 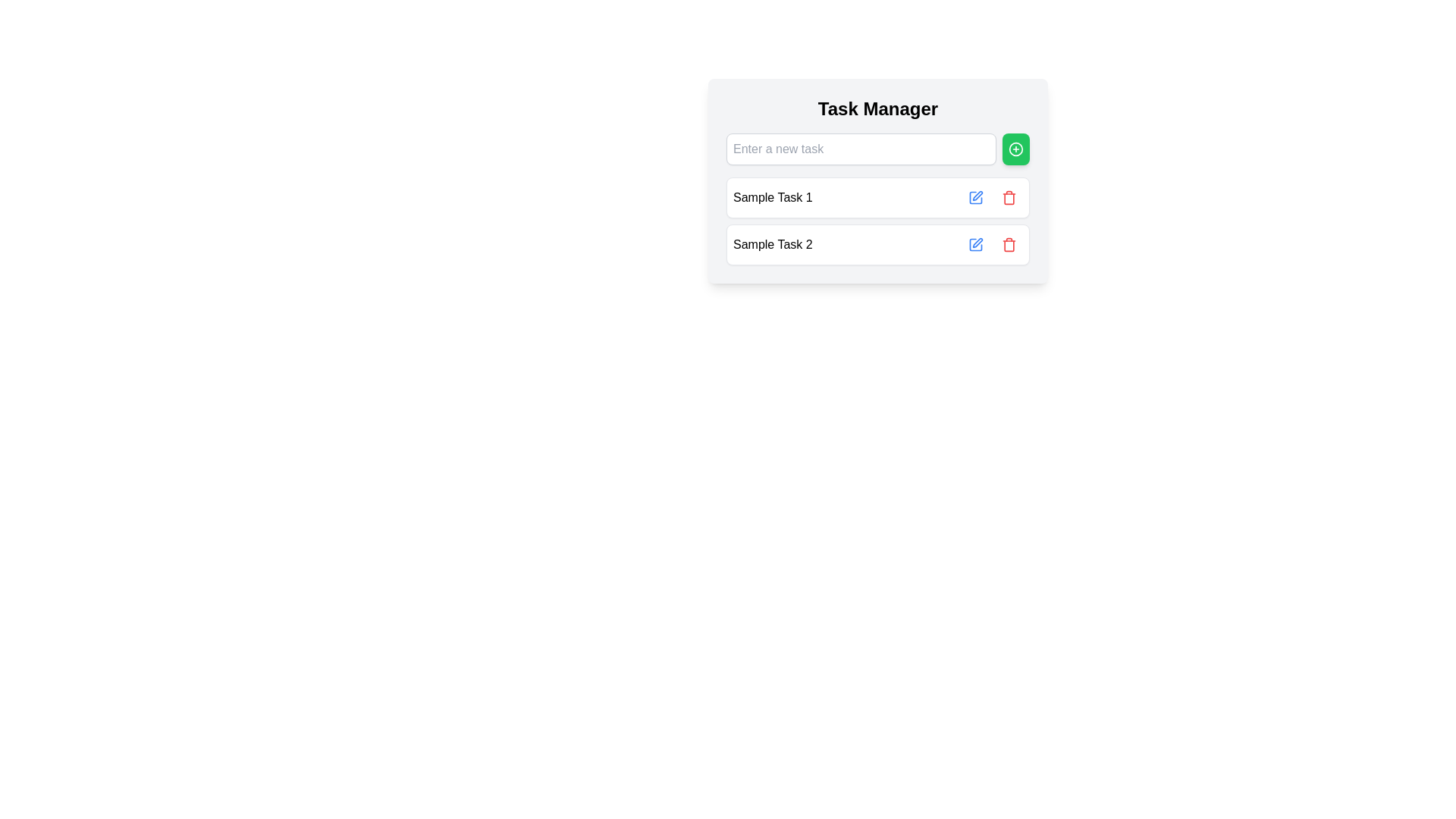 What do you see at coordinates (773, 197) in the screenshot?
I see `the text label displaying 'Sample Task 1' in the task card located in the upper section of the task list interface` at bounding box center [773, 197].